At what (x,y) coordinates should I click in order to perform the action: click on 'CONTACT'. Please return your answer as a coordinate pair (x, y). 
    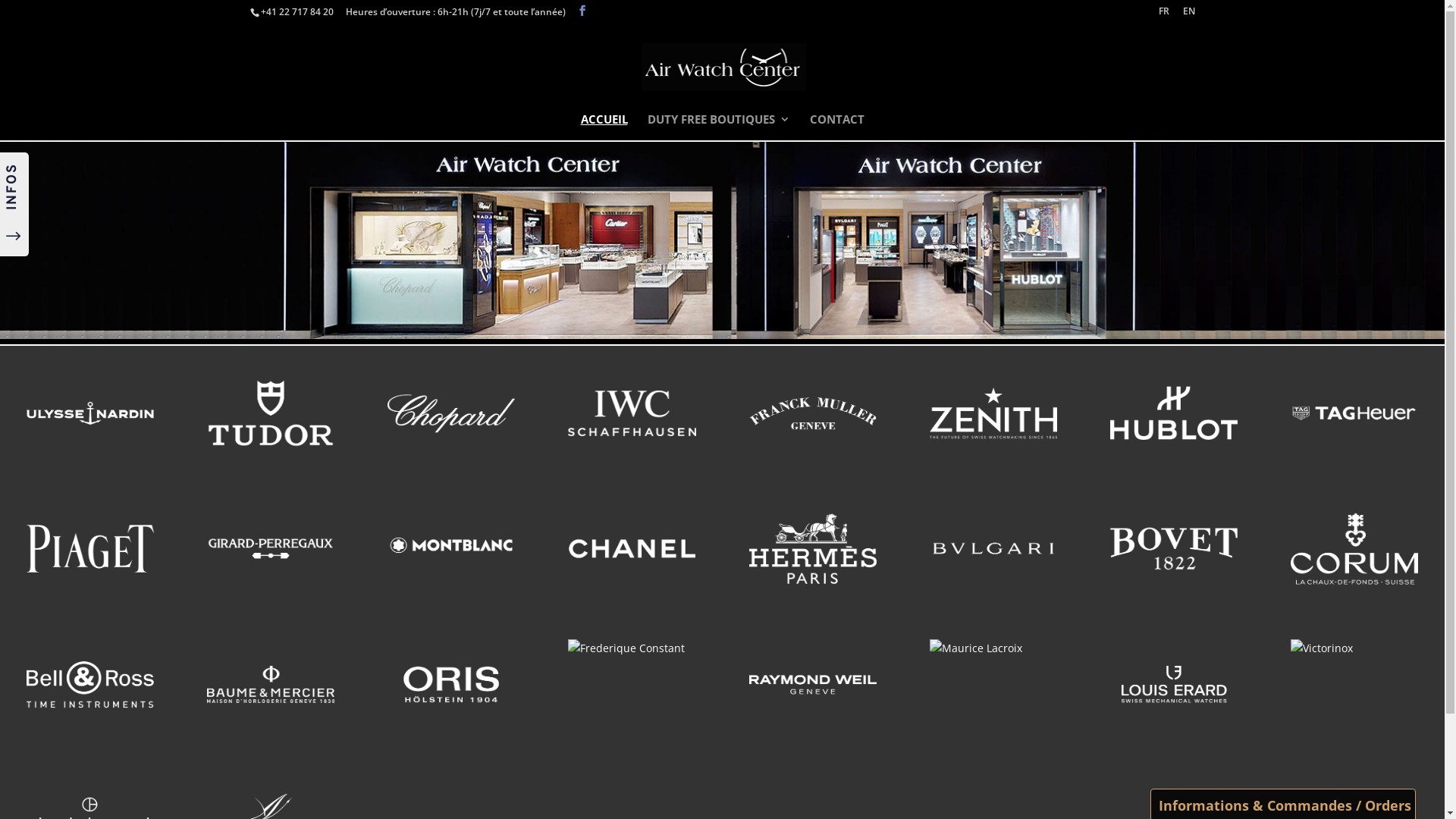
    Looking at the image, I should click on (809, 126).